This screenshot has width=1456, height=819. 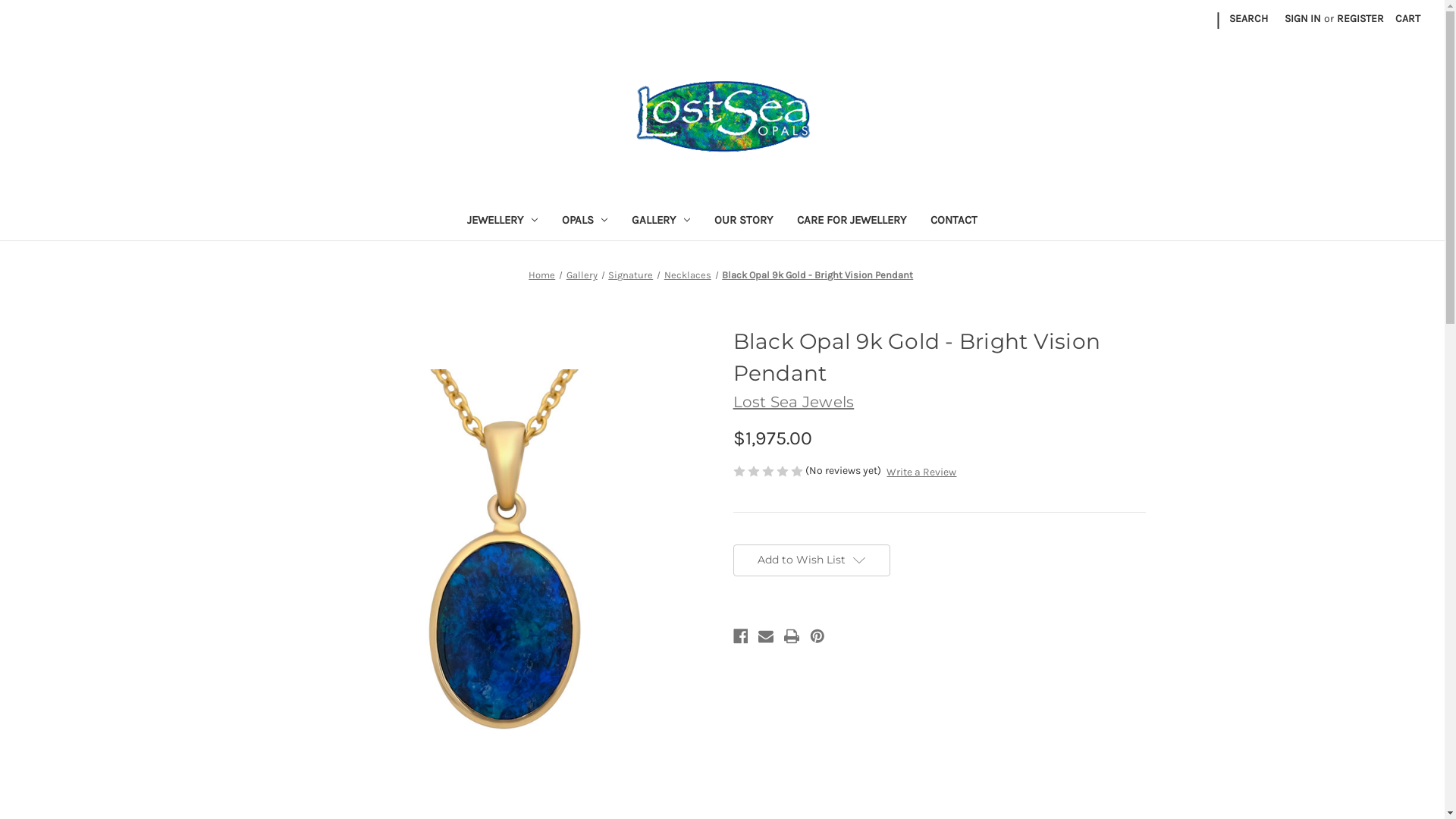 I want to click on 'Gallery', so click(x=566, y=275).